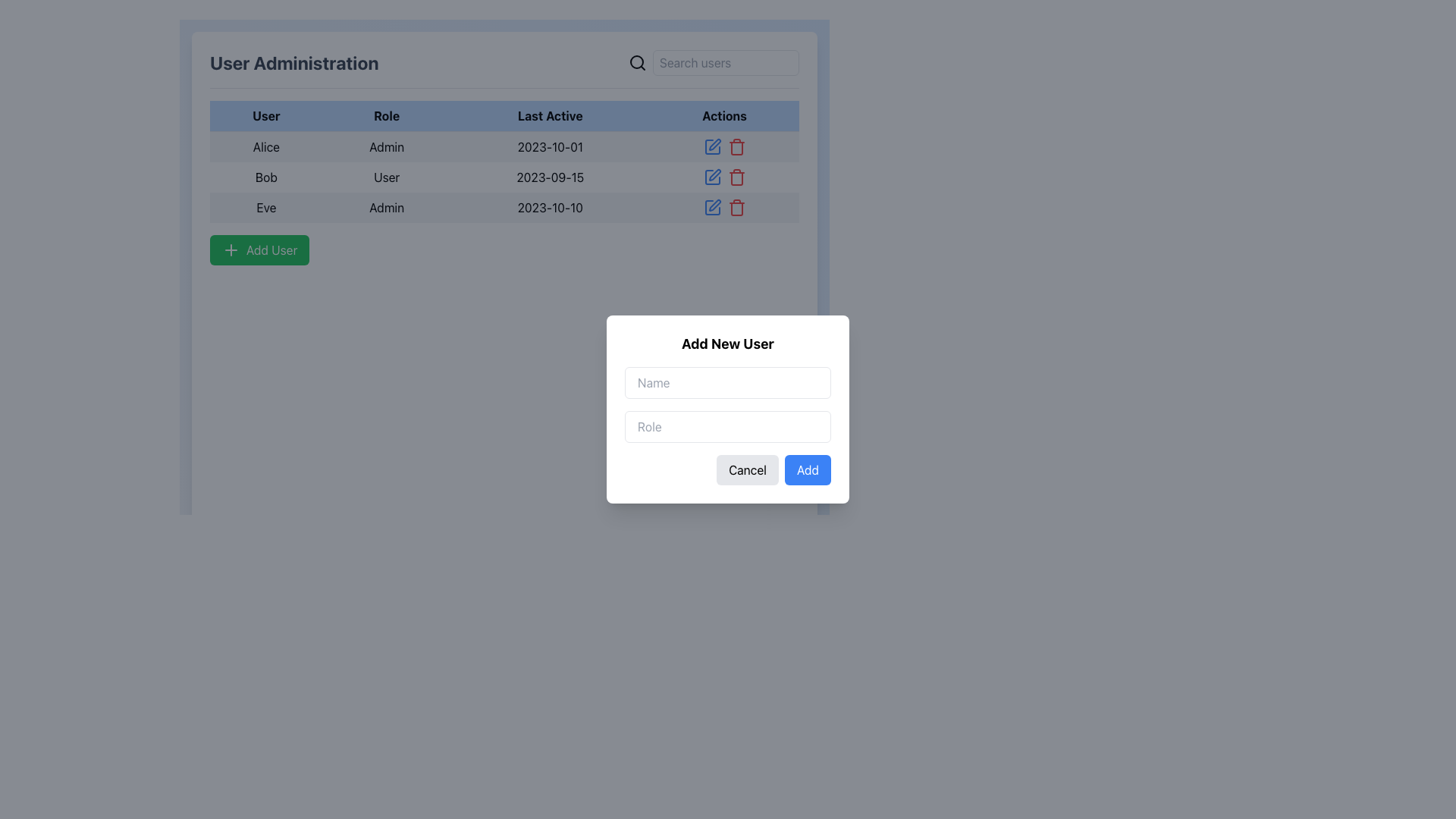 This screenshot has height=819, width=1456. What do you see at coordinates (387, 115) in the screenshot?
I see `the 'Role' table header, which is styled with a bold font and a blue background, located between the 'User' and 'Last Active' headers in the user details table` at bounding box center [387, 115].